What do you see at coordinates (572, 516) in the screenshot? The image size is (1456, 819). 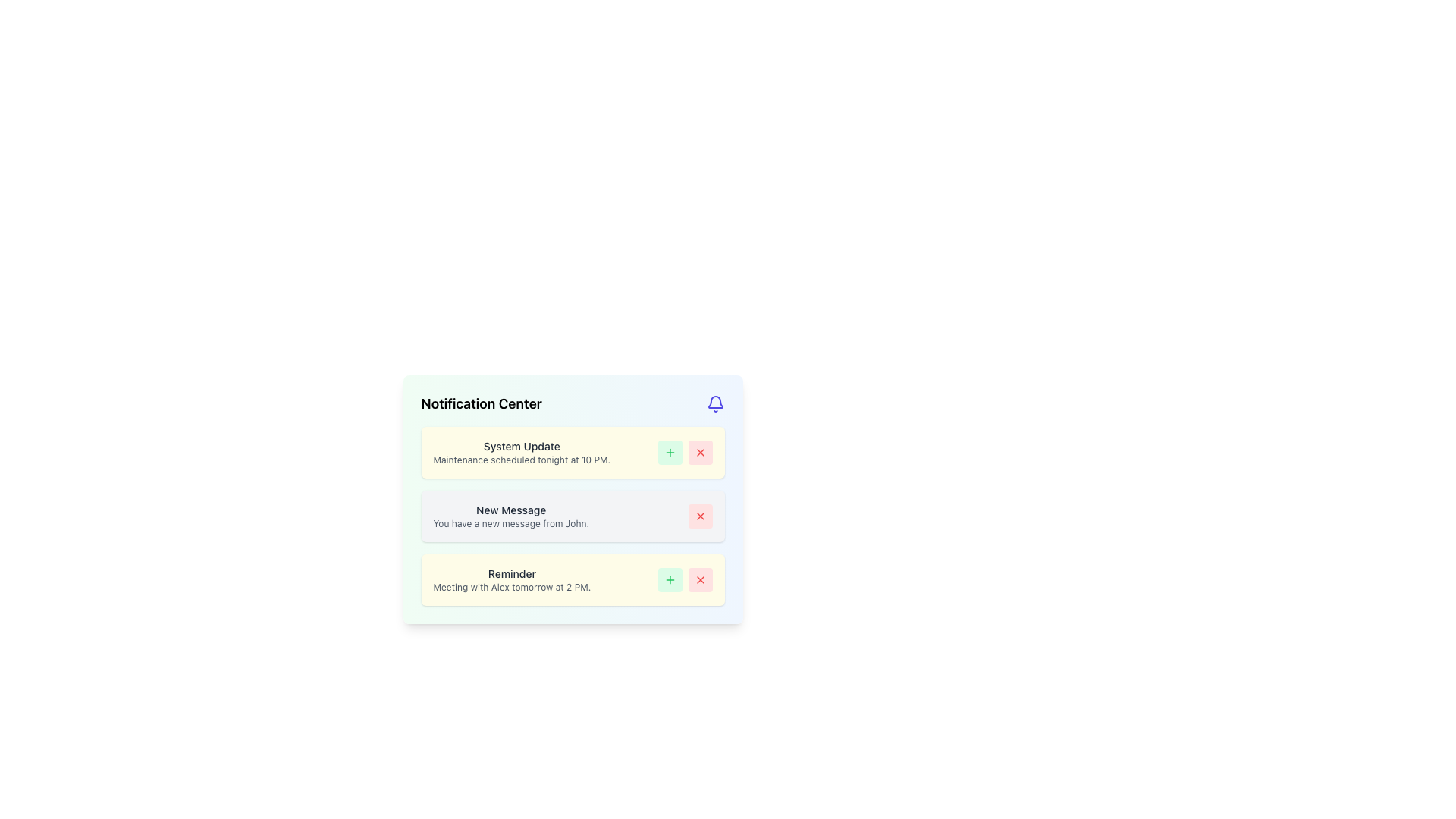 I see `notification that displays the message 'You have a new message from John.' located in the Notification Center` at bounding box center [572, 516].